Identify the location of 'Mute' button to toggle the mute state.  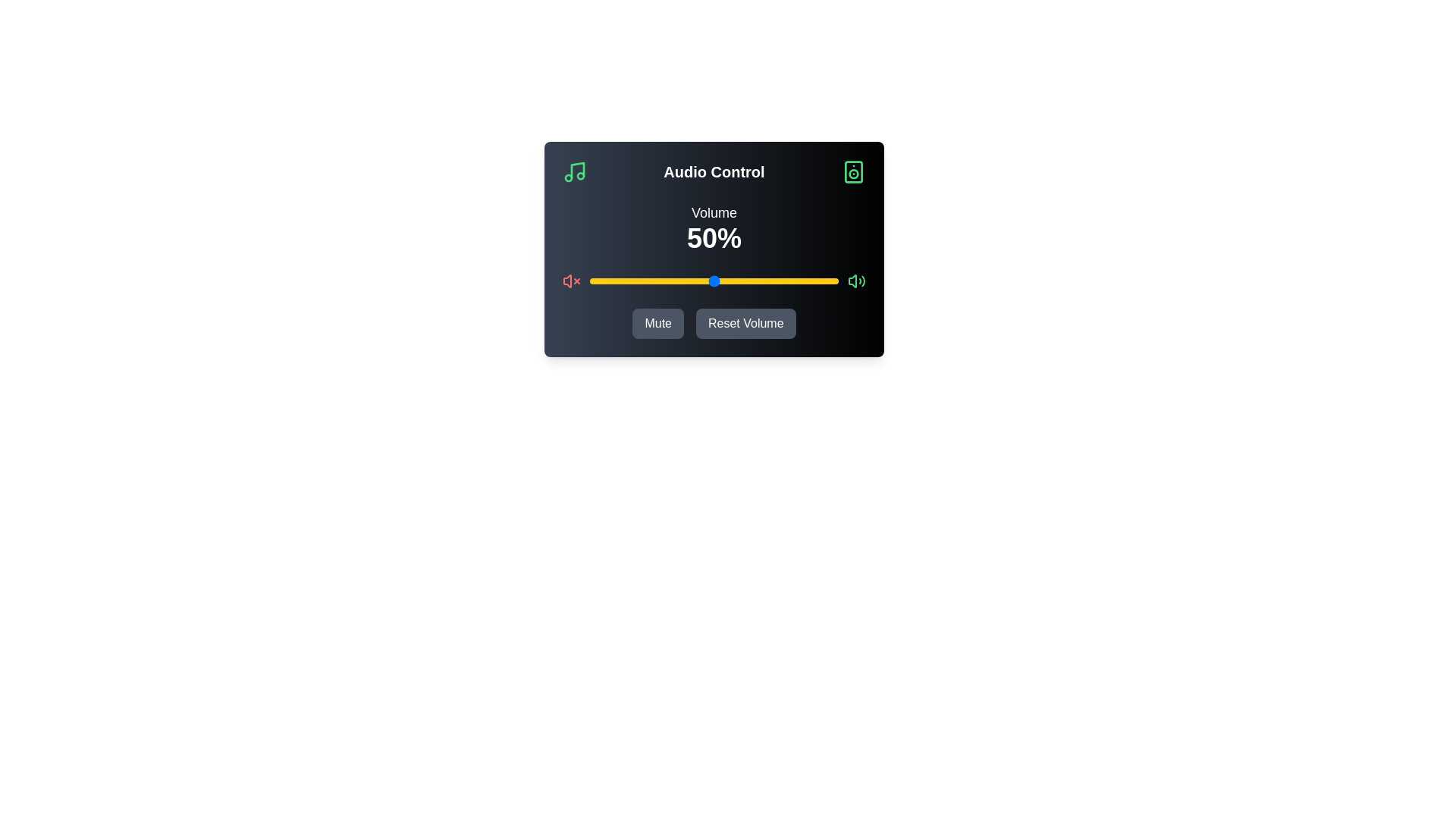
(658, 323).